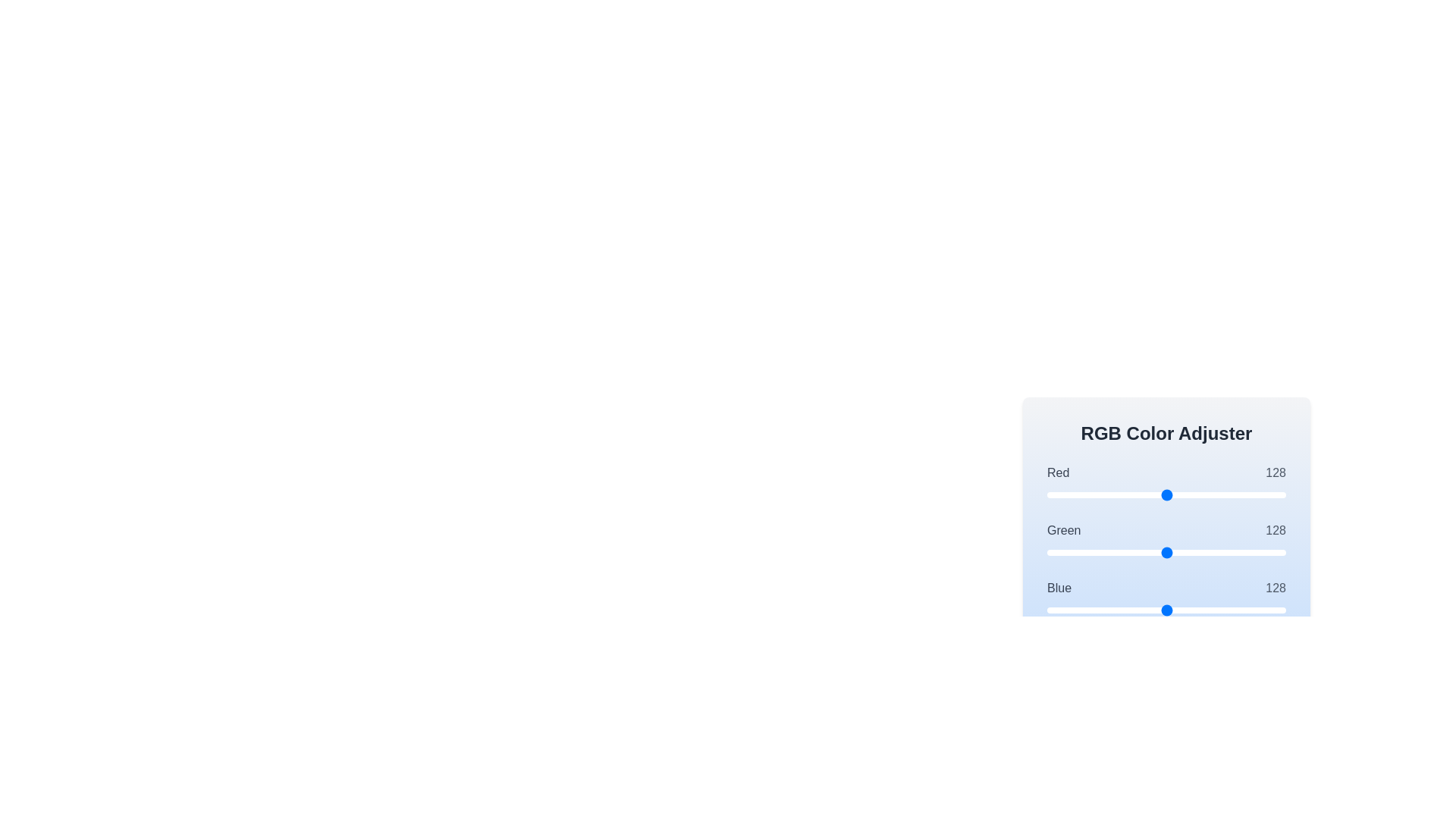  What do you see at coordinates (1170, 494) in the screenshot?
I see `the red slider to 132 by dragging or clicking on the slider` at bounding box center [1170, 494].